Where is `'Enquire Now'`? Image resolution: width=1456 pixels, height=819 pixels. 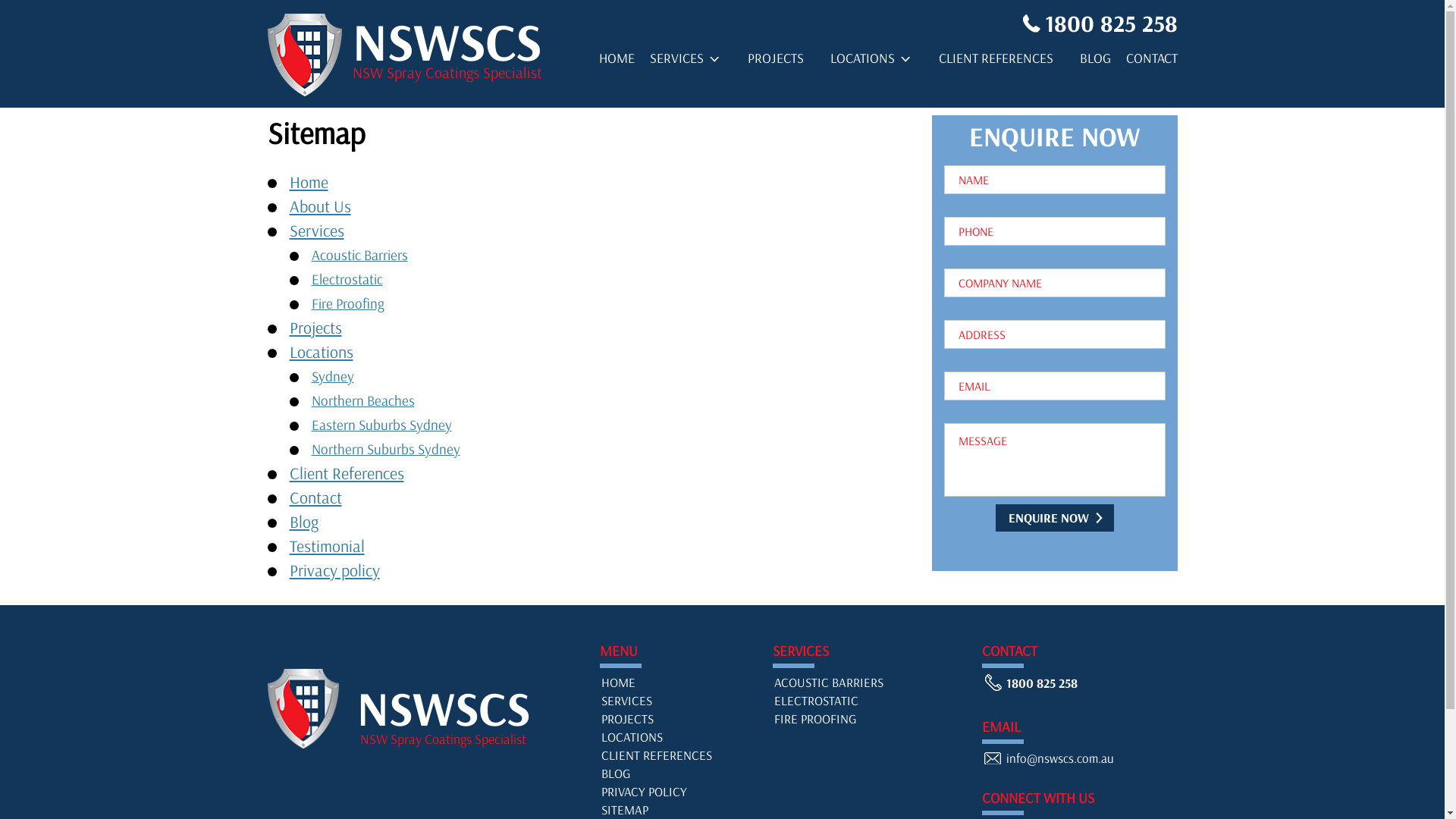
'Enquire Now' is located at coordinates (1053, 516).